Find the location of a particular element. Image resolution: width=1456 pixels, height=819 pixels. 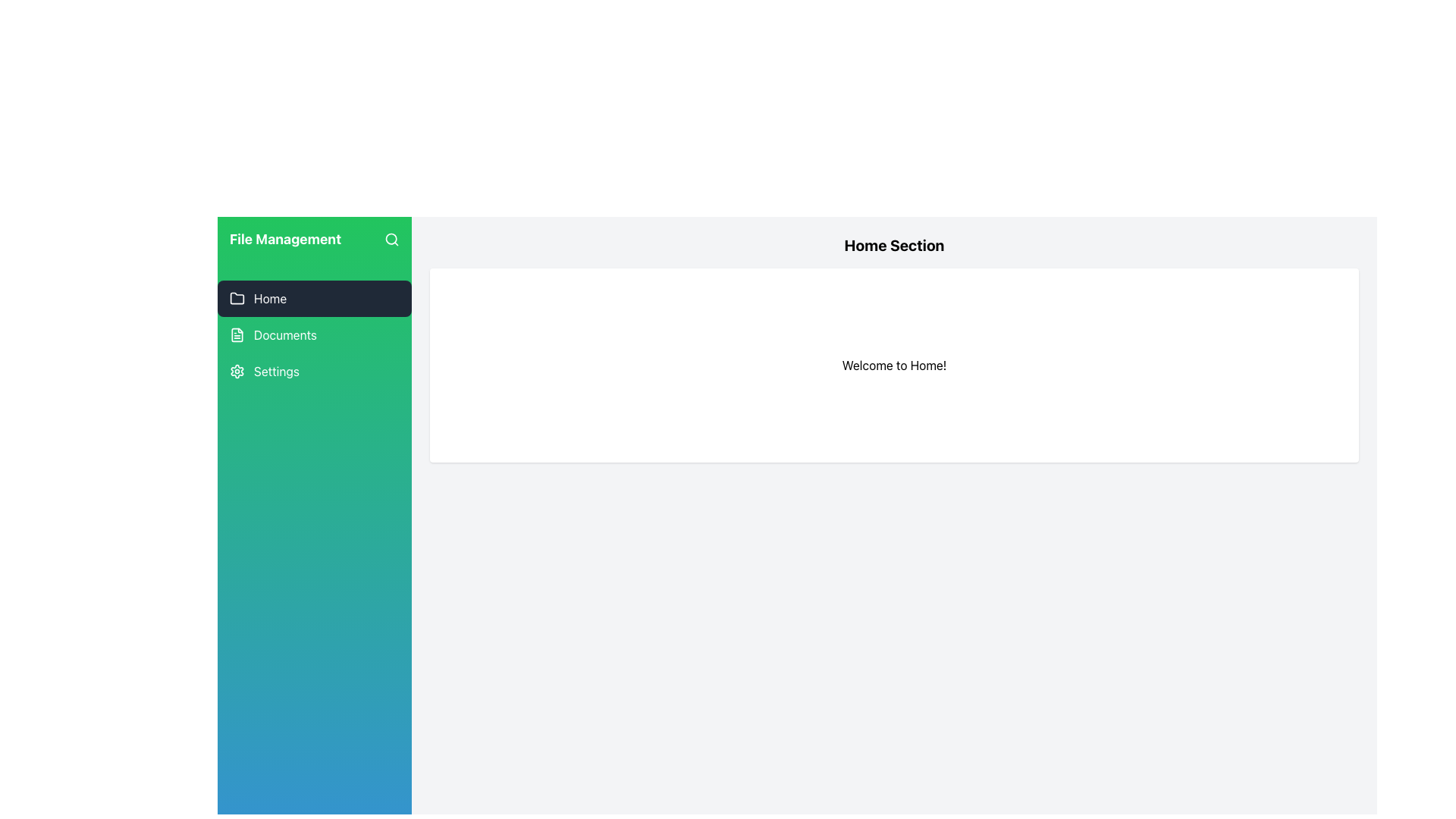

the circle element of the search icon located in the top right corner of the green sidebar labeled 'File Management' is located at coordinates (391, 239).